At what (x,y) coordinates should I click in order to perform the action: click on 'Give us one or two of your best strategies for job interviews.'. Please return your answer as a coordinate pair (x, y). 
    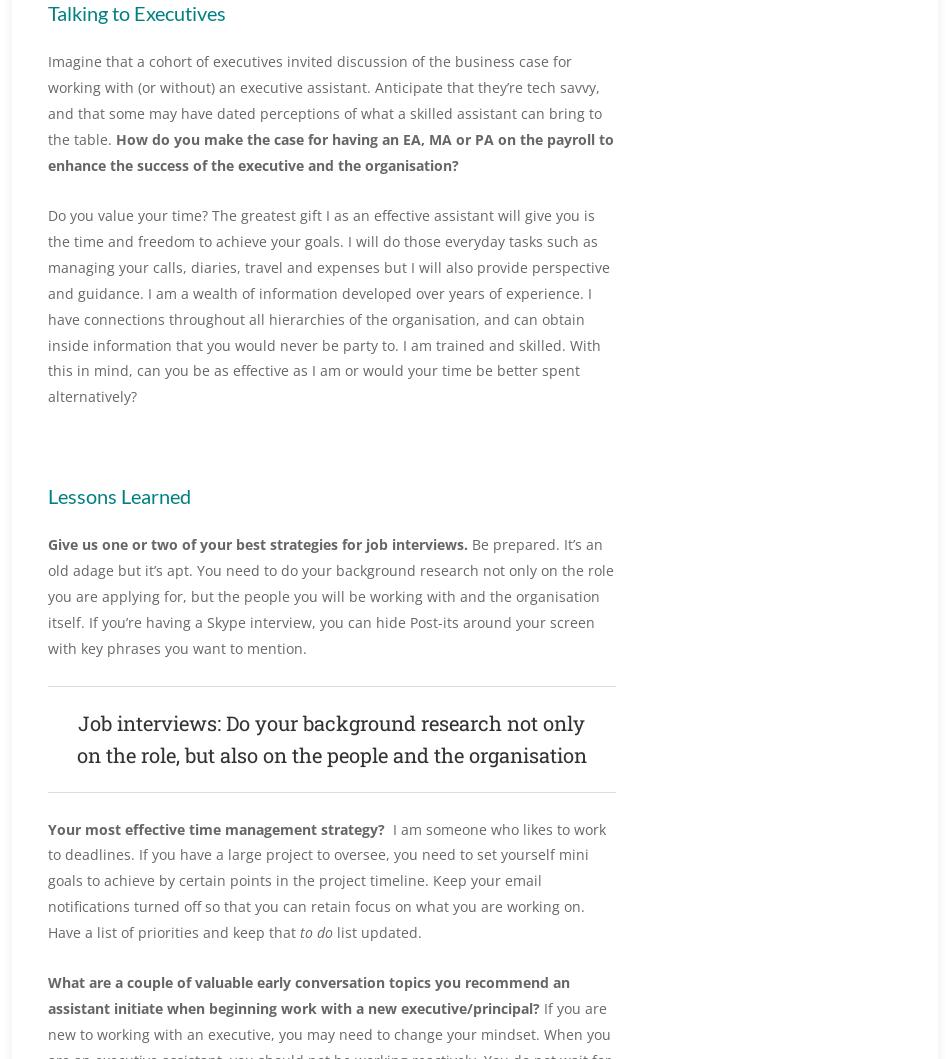
    Looking at the image, I should click on (259, 543).